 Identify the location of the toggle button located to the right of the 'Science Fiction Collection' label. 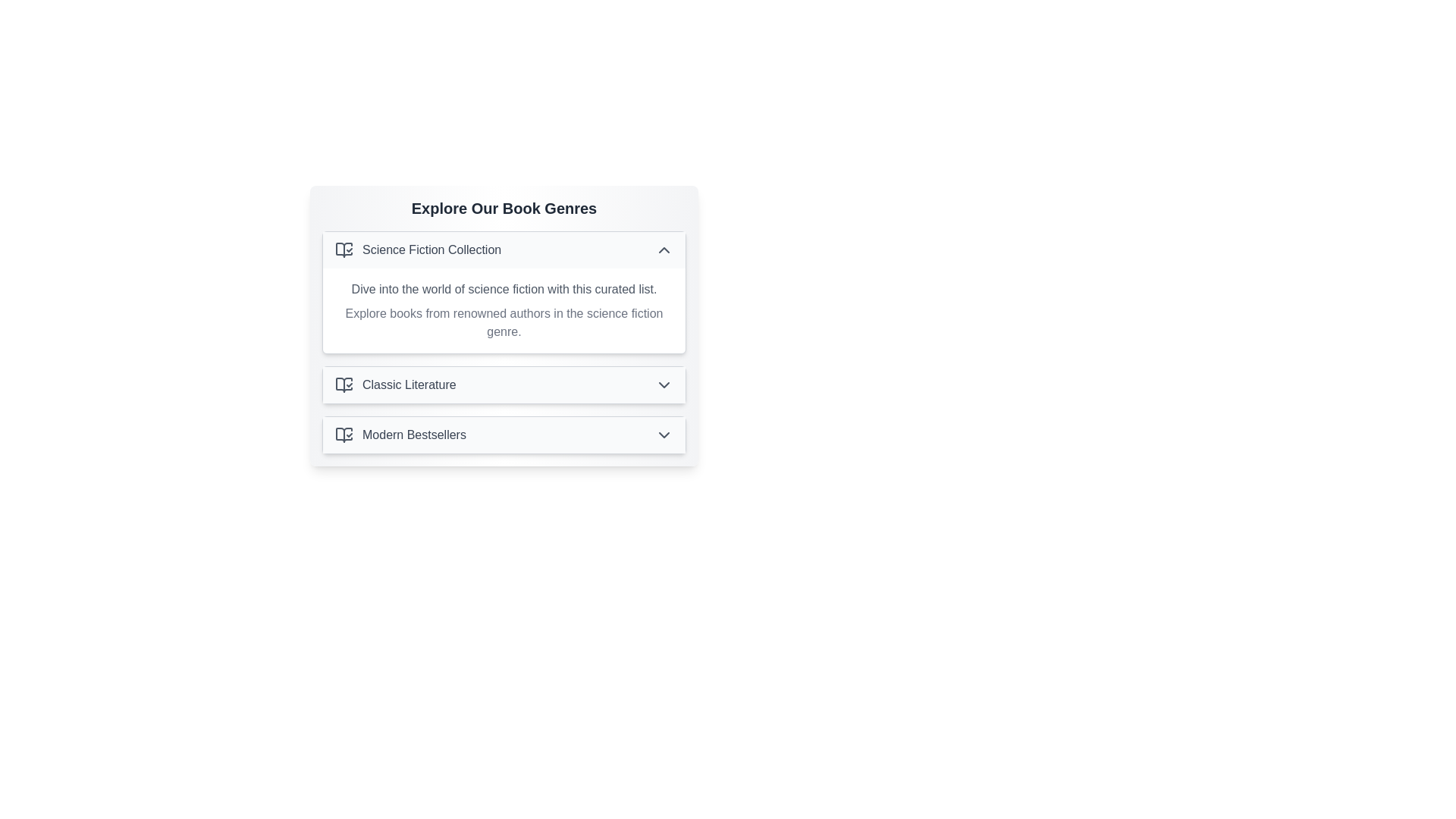
(664, 249).